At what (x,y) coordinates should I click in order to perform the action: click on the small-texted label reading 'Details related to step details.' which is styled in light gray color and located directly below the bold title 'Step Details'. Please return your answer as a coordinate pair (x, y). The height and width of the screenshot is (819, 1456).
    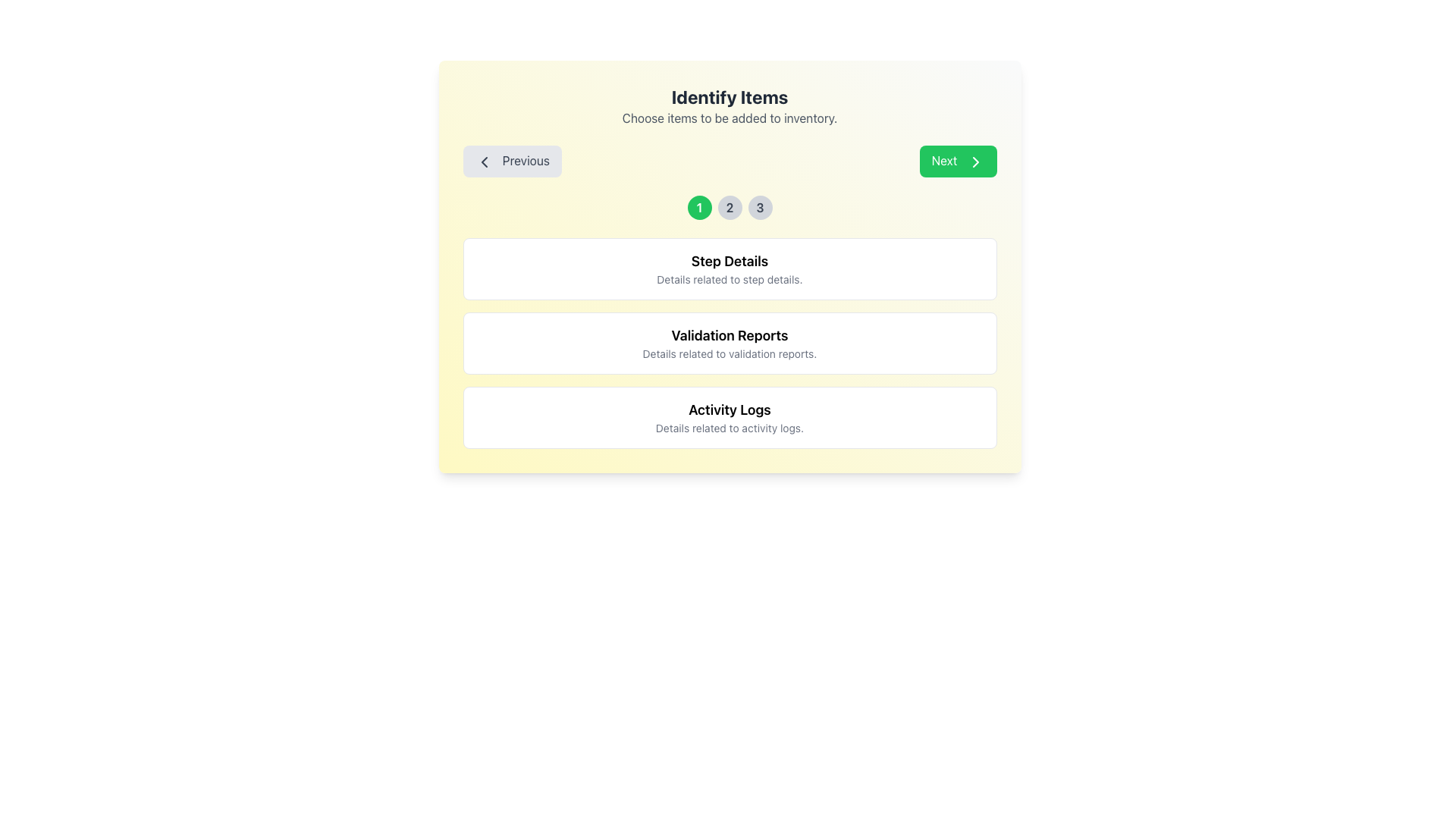
    Looking at the image, I should click on (730, 279).